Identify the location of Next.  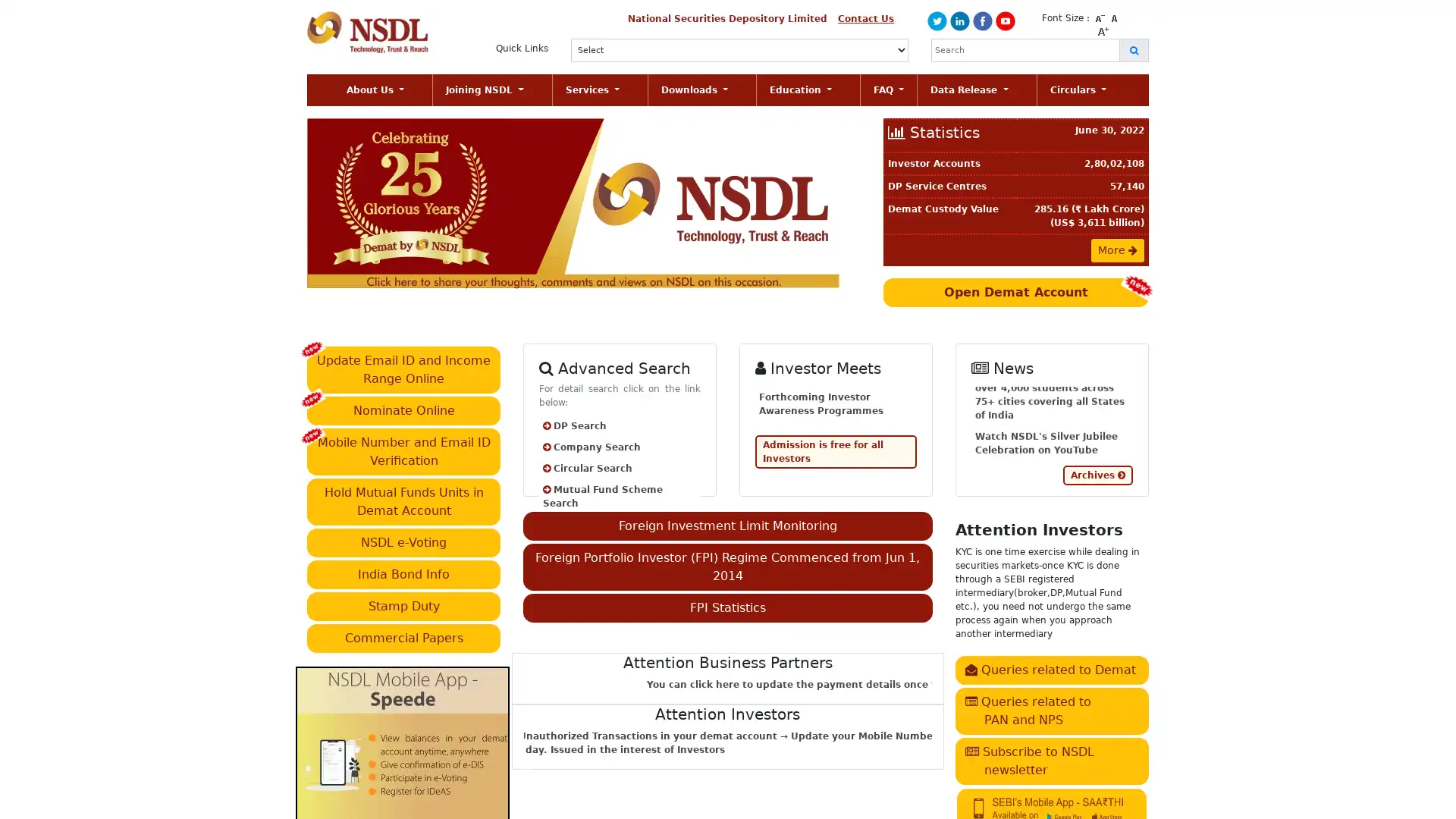
(818, 202).